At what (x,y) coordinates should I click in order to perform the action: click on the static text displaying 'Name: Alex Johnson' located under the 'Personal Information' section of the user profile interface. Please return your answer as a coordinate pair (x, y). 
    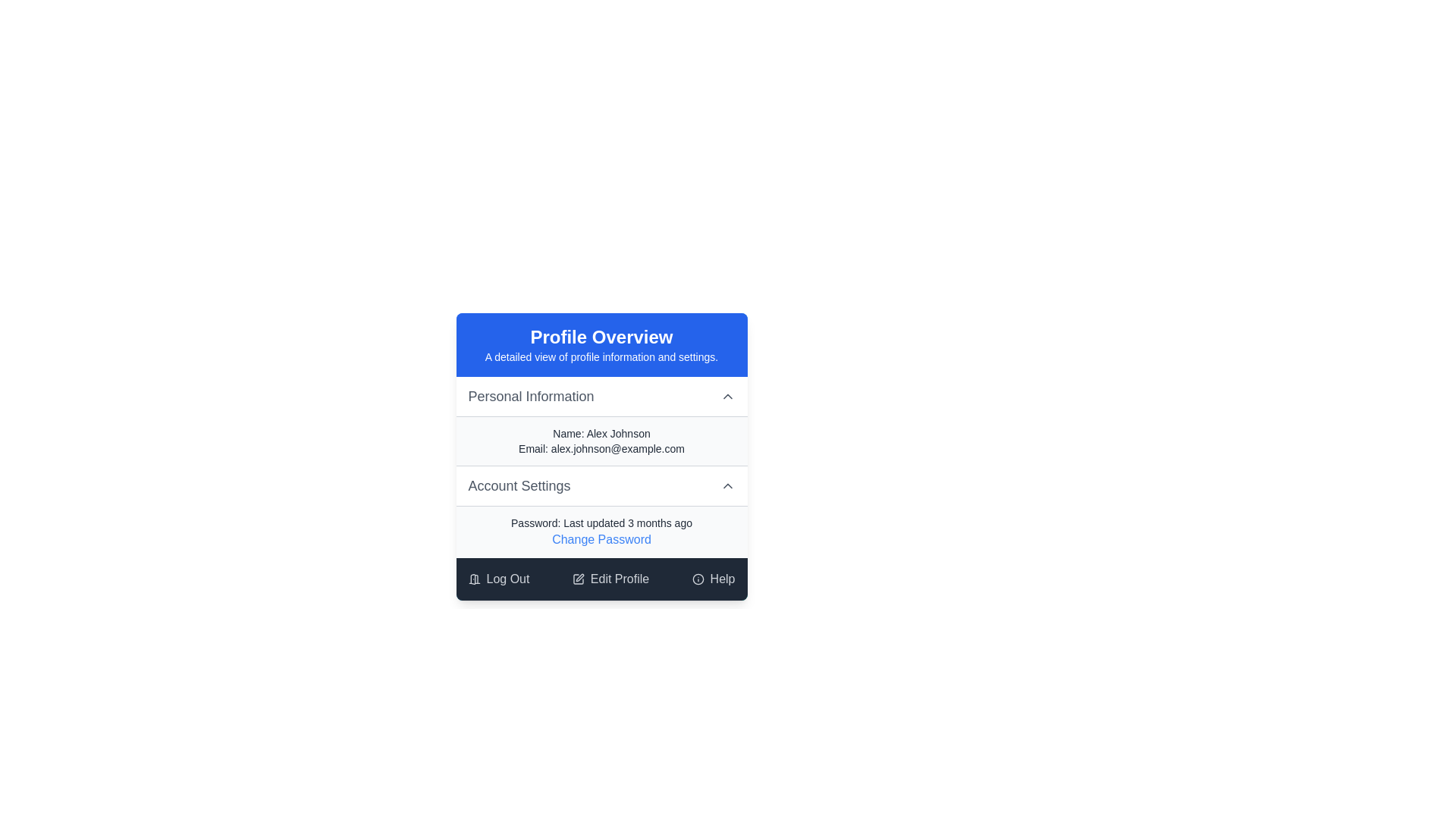
    Looking at the image, I should click on (601, 433).